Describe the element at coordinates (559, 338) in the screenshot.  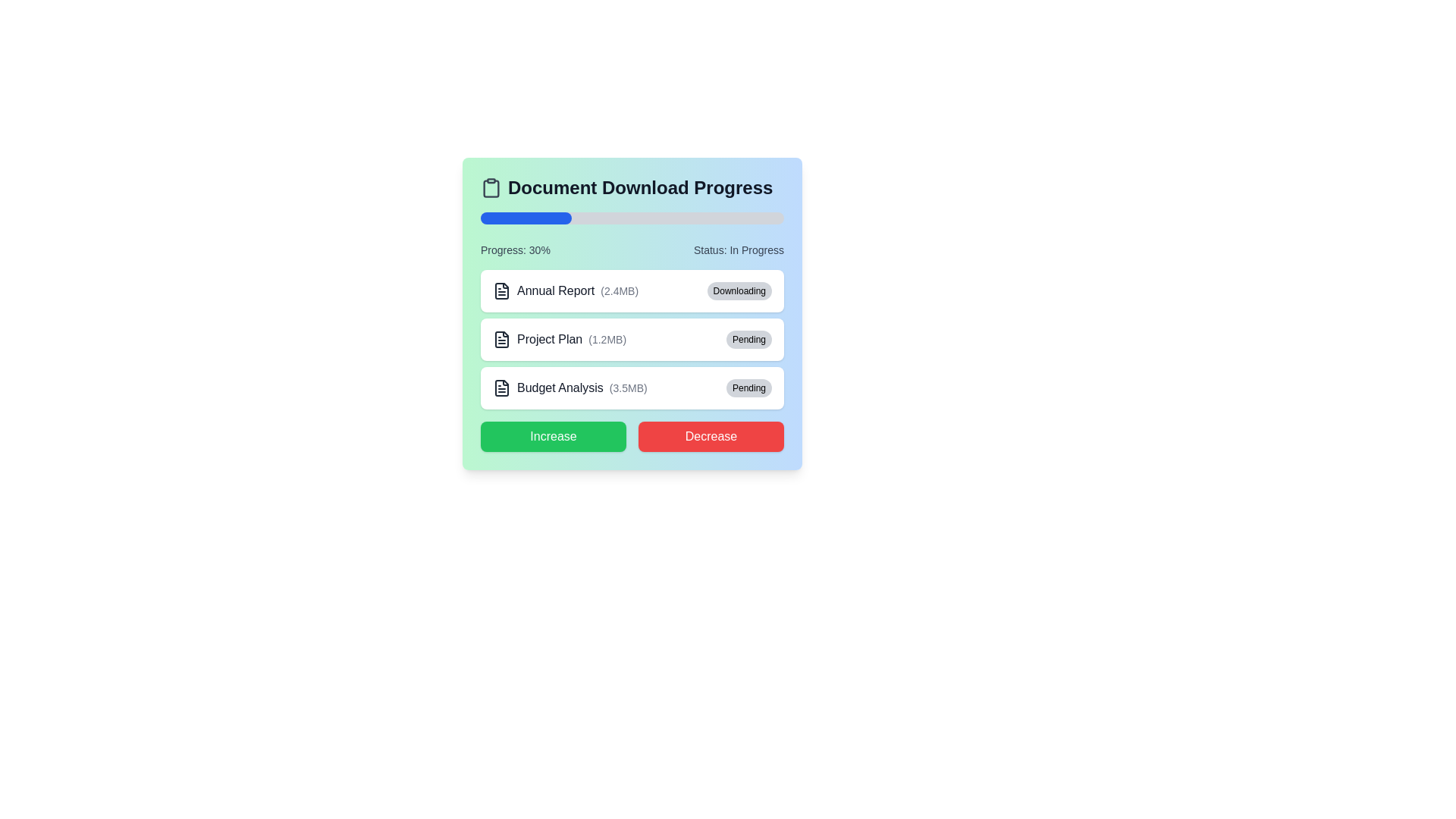
I see `the label indicating the downloadable file named 'Project Plan' with a size of 1.2MB, located in the 'Document Download Progress' panel between 'Annual Report' and 'Budget Analysis'` at that location.